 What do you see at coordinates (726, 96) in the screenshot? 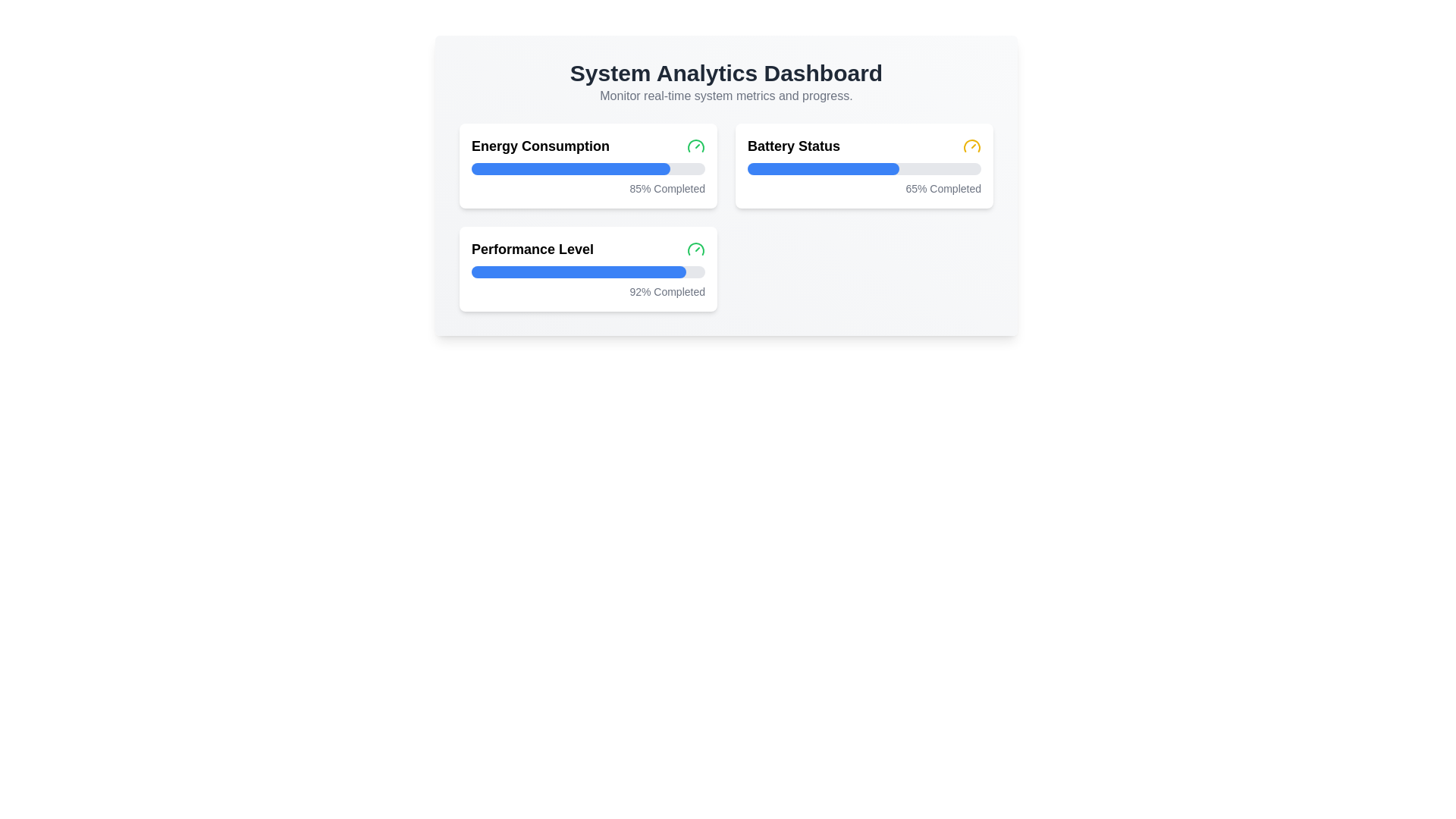
I see `static text element displaying 'Monitor real-time system metrics and progress.' located below the title 'System Analytics Dashboard'` at bounding box center [726, 96].